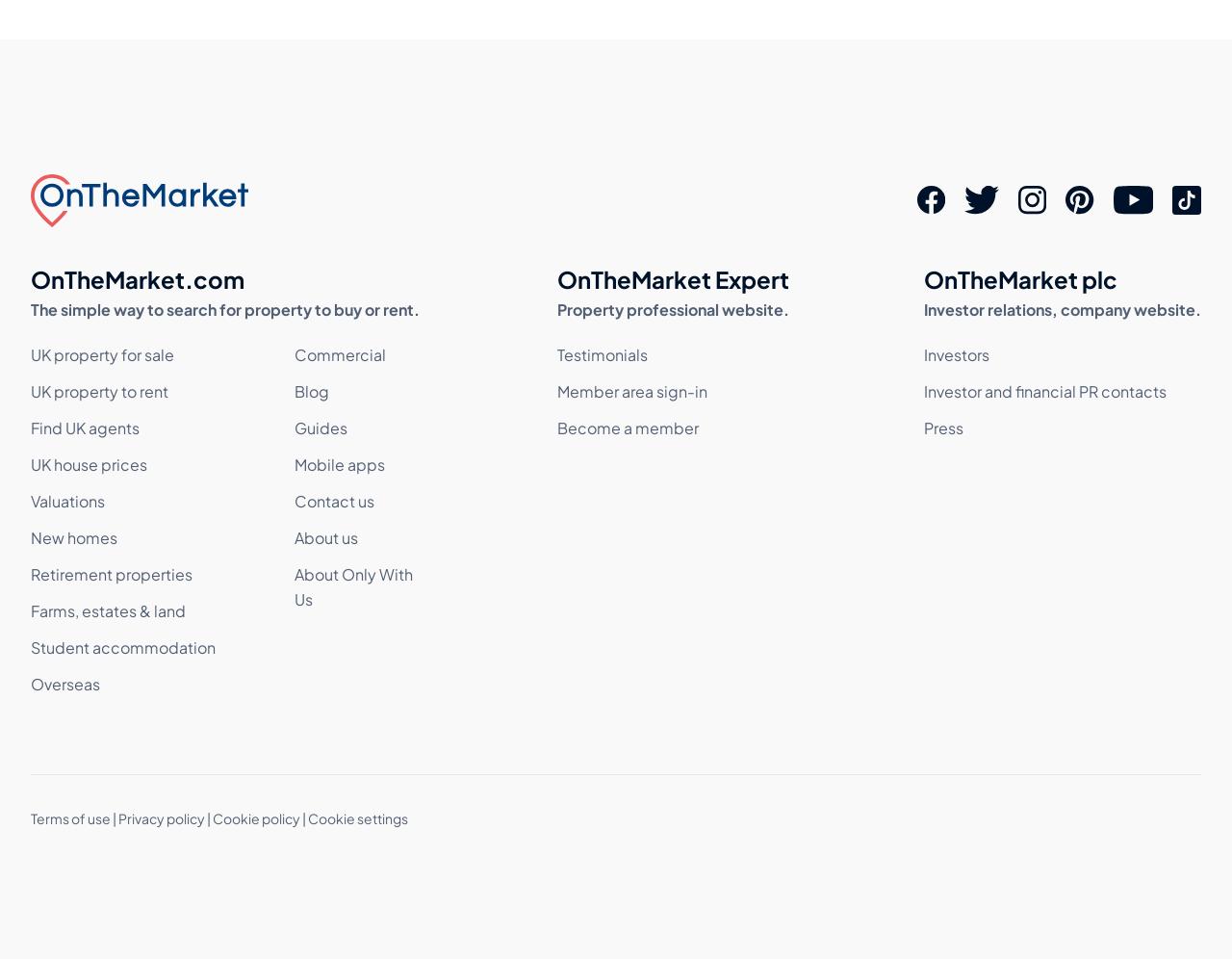 Image resolution: width=1232 pixels, height=959 pixels. I want to click on 'Commercial', so click(293, 354).